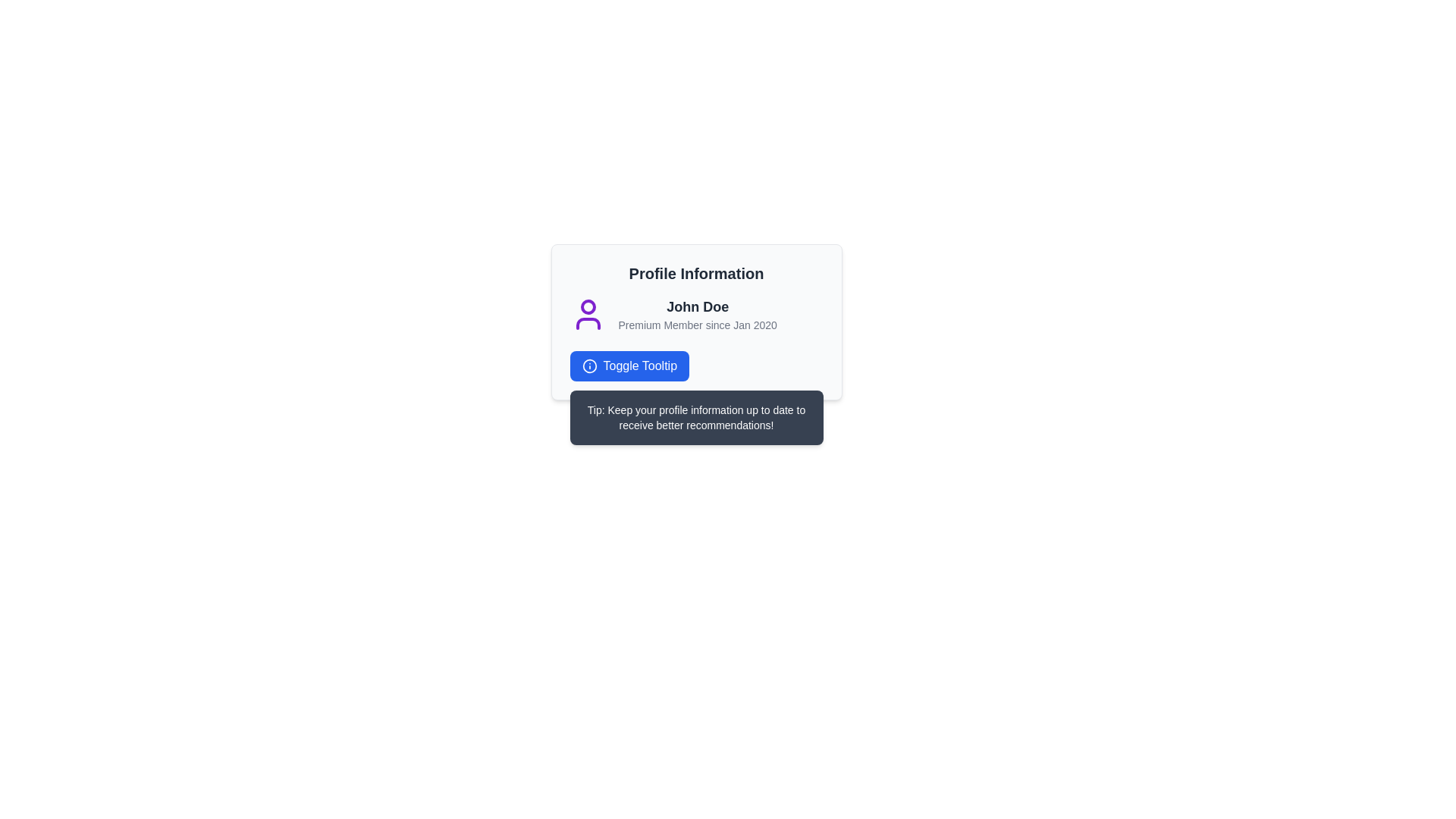 This screenshot has width=1456, height=819. I want to click on the user profile icon located to the left of 'John Doe' in the 'Profile Information' card, so click(587, 314).